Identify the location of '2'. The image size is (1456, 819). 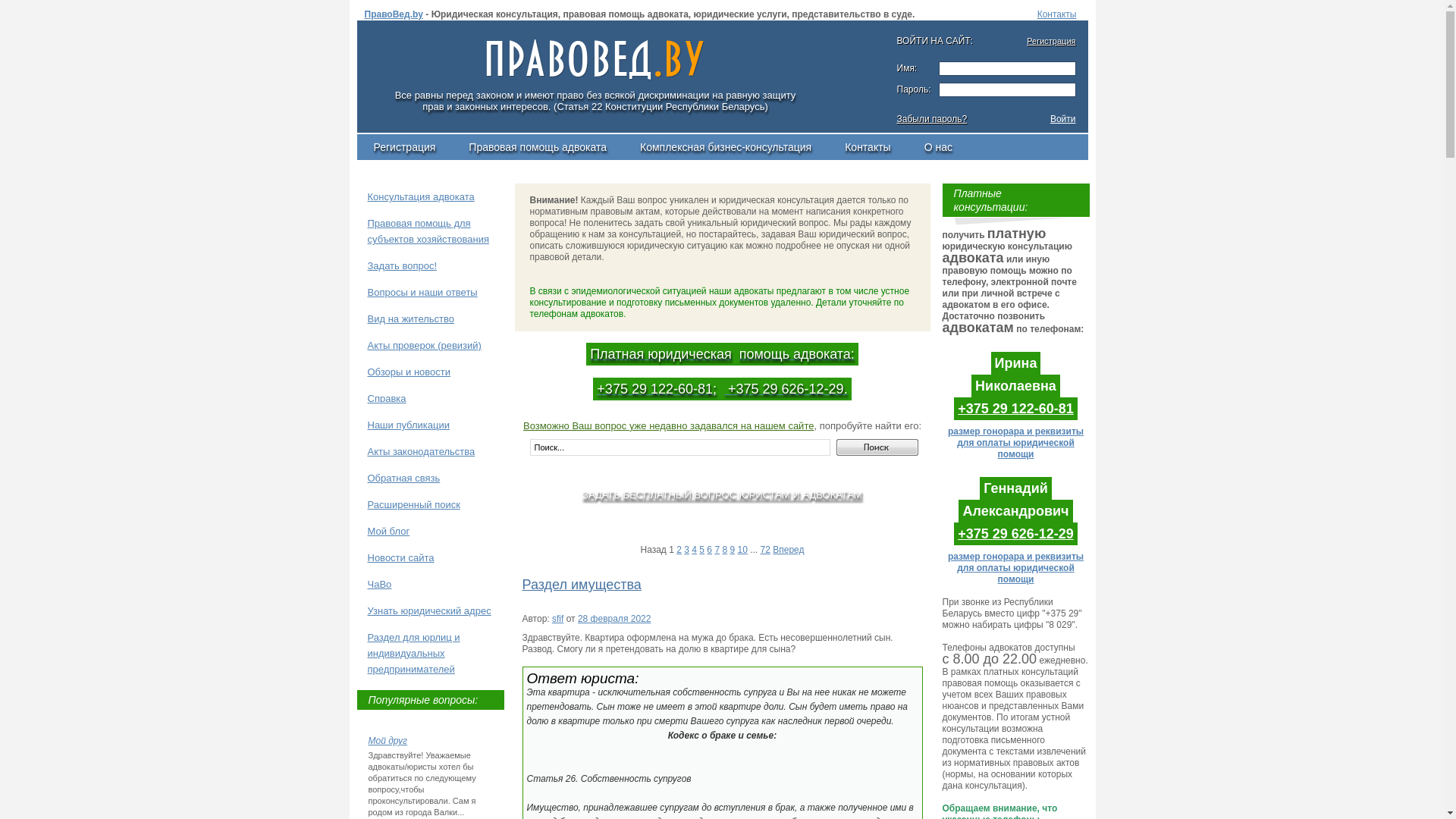
(678, 550).